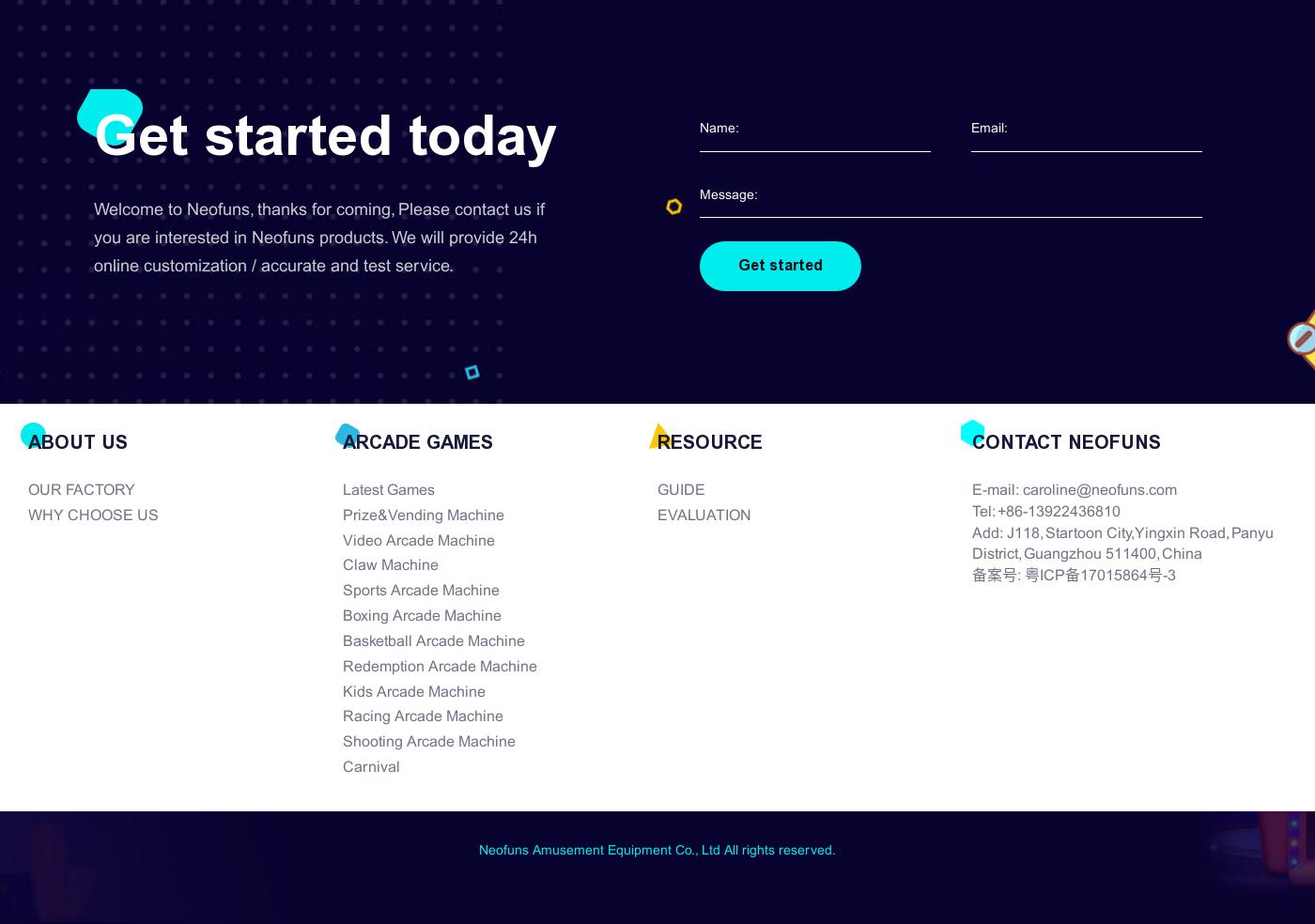  Describe the element at coordinates (422, 616) in the screenshot. I see `'Boxing Arcade Machine'` at that location.